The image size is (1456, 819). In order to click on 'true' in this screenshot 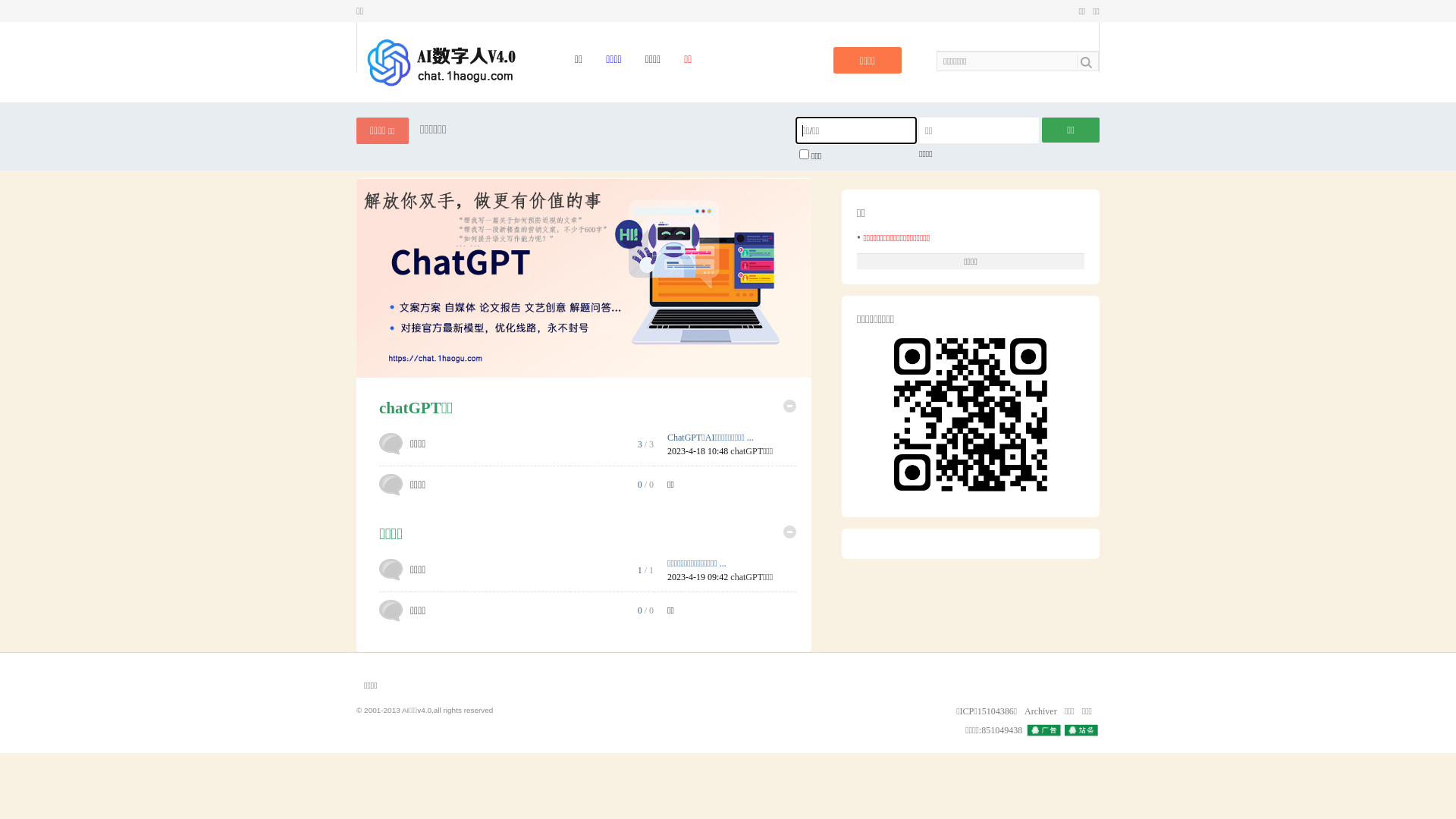, I will do `click(1088, 61)`.